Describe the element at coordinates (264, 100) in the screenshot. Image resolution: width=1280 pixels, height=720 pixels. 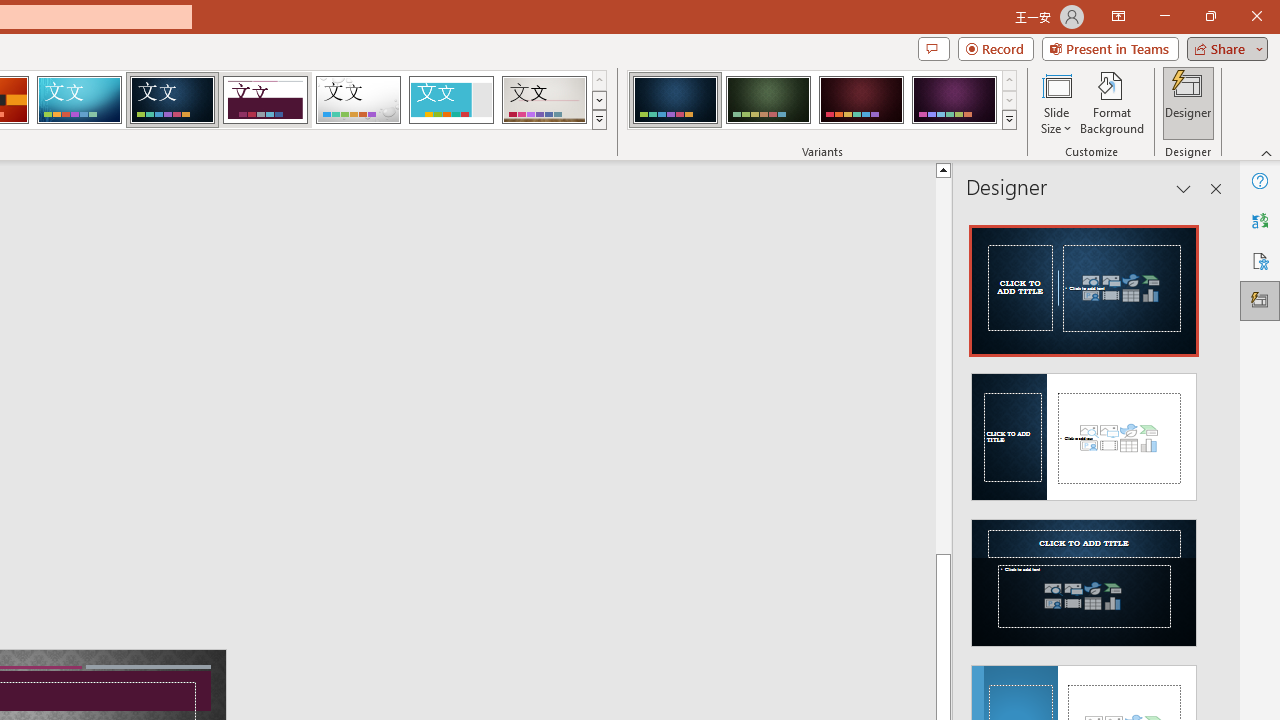
I see `'Dividend'` at that location.